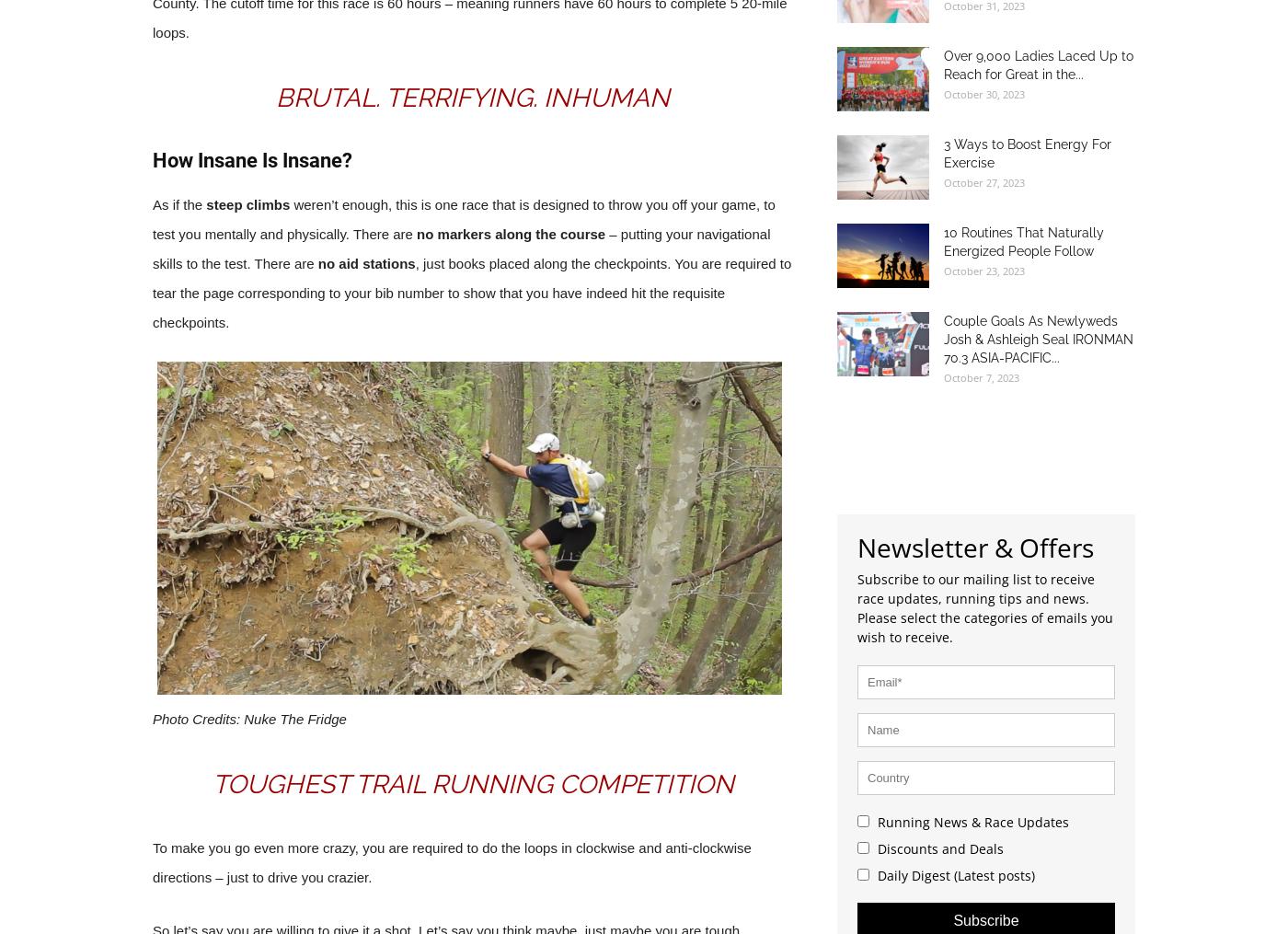 The image size is (1288, 934). Describe the element at coordinates (249, 718) in the screenshot. I see `'Photo Credits: Nuke The Fridge'` at that location.